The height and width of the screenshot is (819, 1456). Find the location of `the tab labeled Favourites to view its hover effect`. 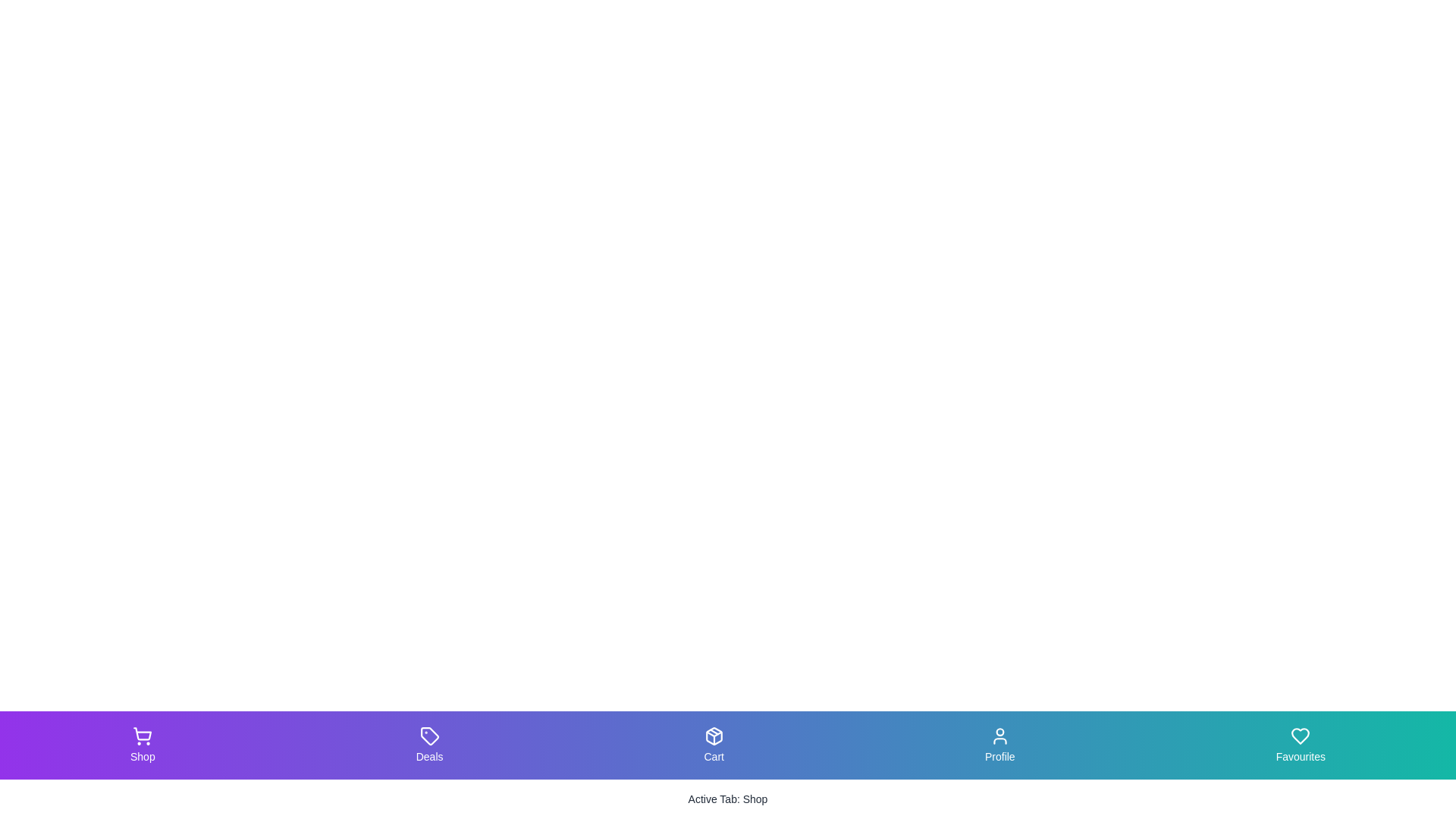

the tab labeled Favourites to view its hover effect is located at coordinates (1299, 745).